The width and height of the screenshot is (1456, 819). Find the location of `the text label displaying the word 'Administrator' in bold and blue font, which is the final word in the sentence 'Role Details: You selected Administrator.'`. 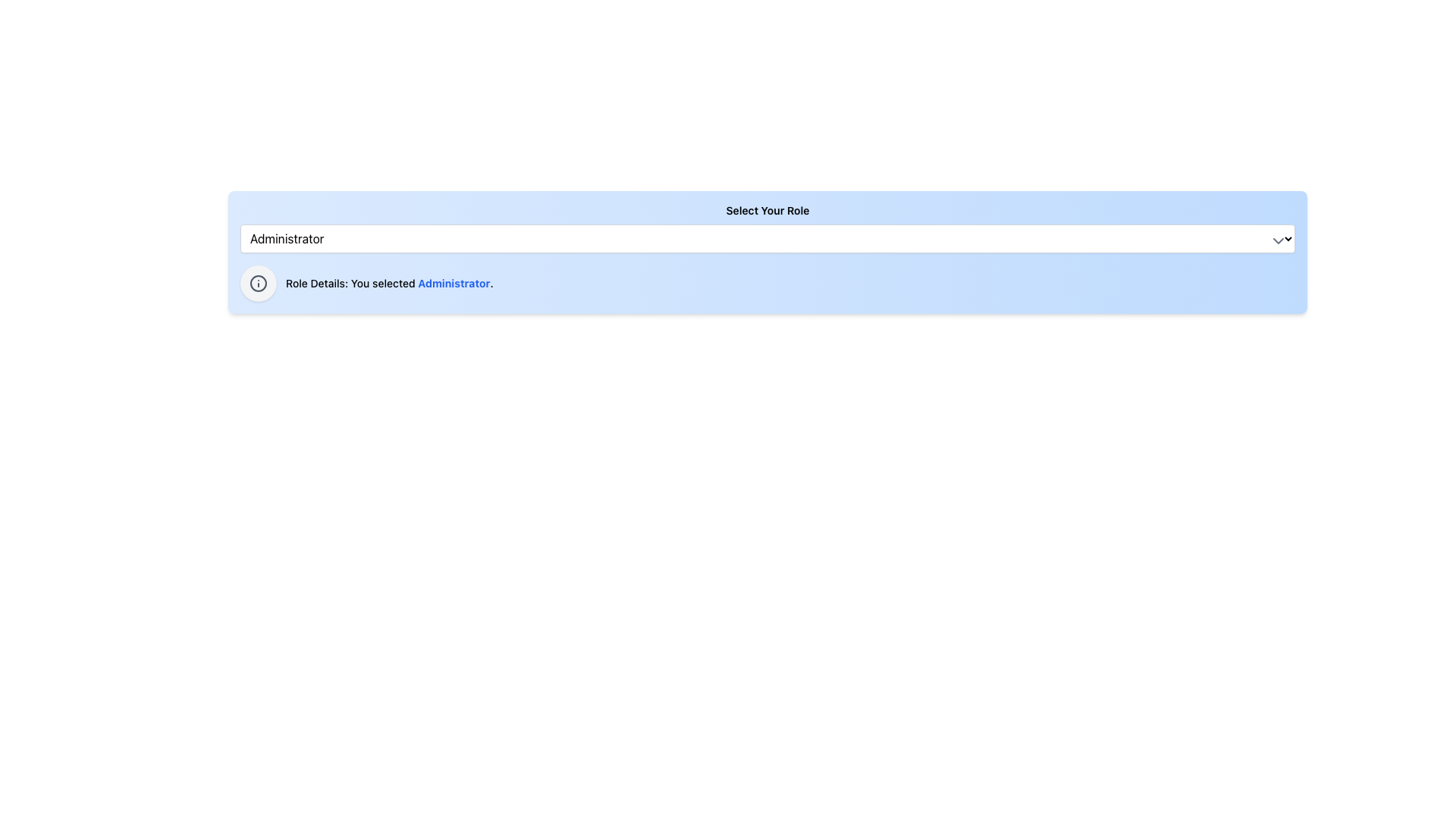

the text label displaying the word 'Administrator' in bold and blue font, which is the final word in the sentence 'Role Details: You selected Administrator.' is located at coordinates (453, 283).